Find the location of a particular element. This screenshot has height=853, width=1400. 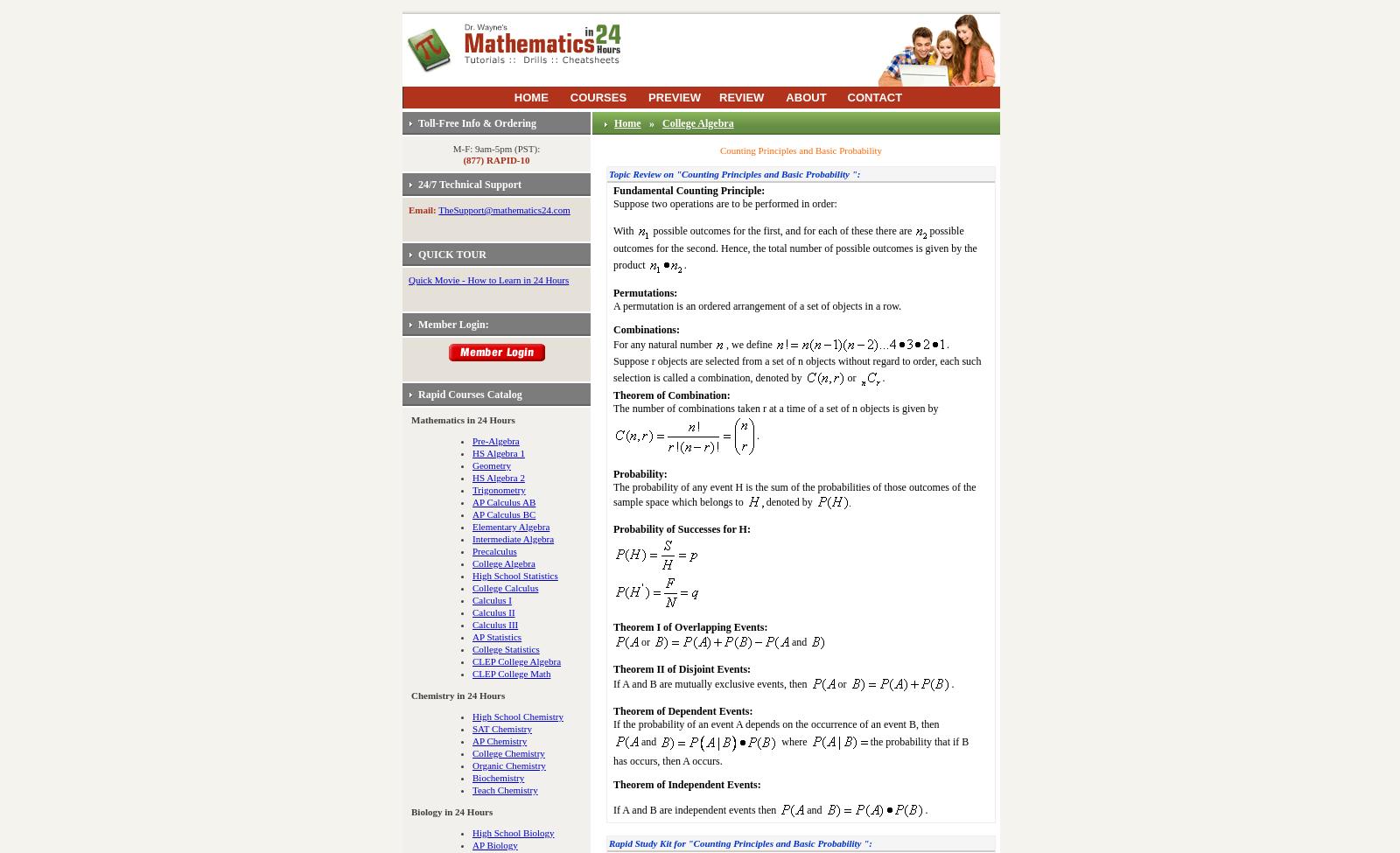

'Elementary Algebra' is located at coordinates (472, 526).